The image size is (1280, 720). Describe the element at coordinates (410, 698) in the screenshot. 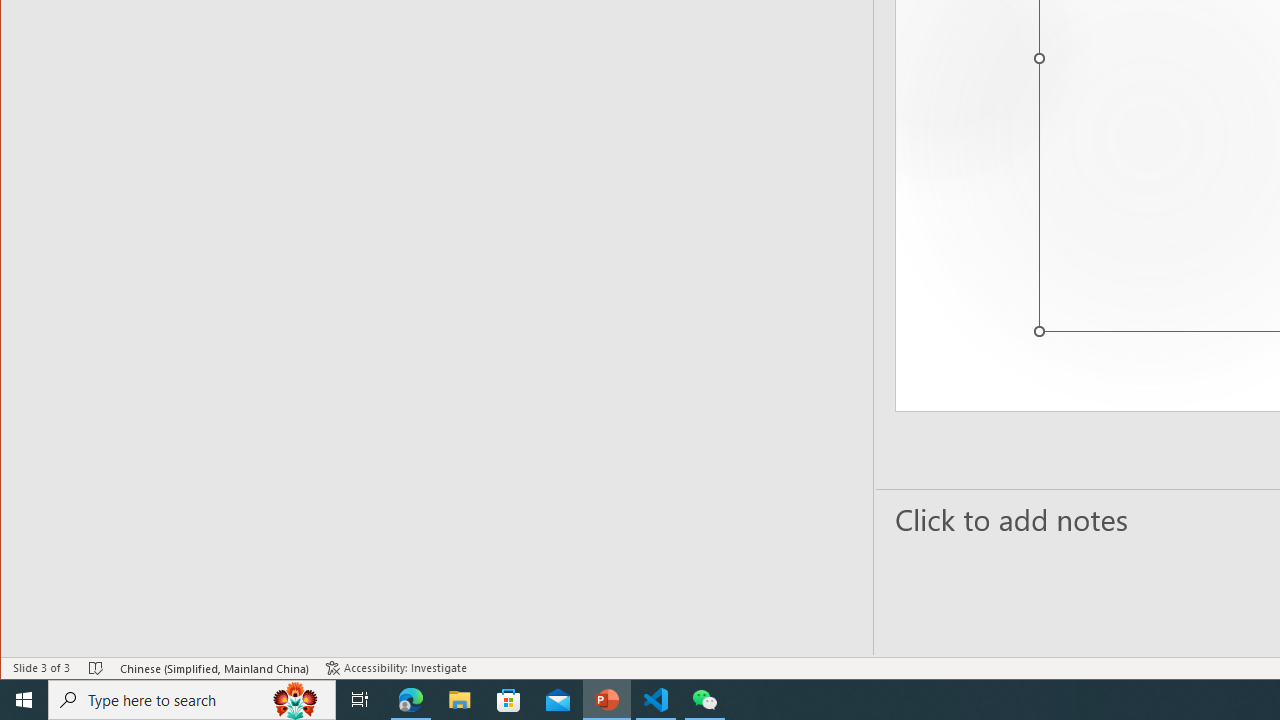

I see `'Microsoft Edge - 1 running window'` at that location.